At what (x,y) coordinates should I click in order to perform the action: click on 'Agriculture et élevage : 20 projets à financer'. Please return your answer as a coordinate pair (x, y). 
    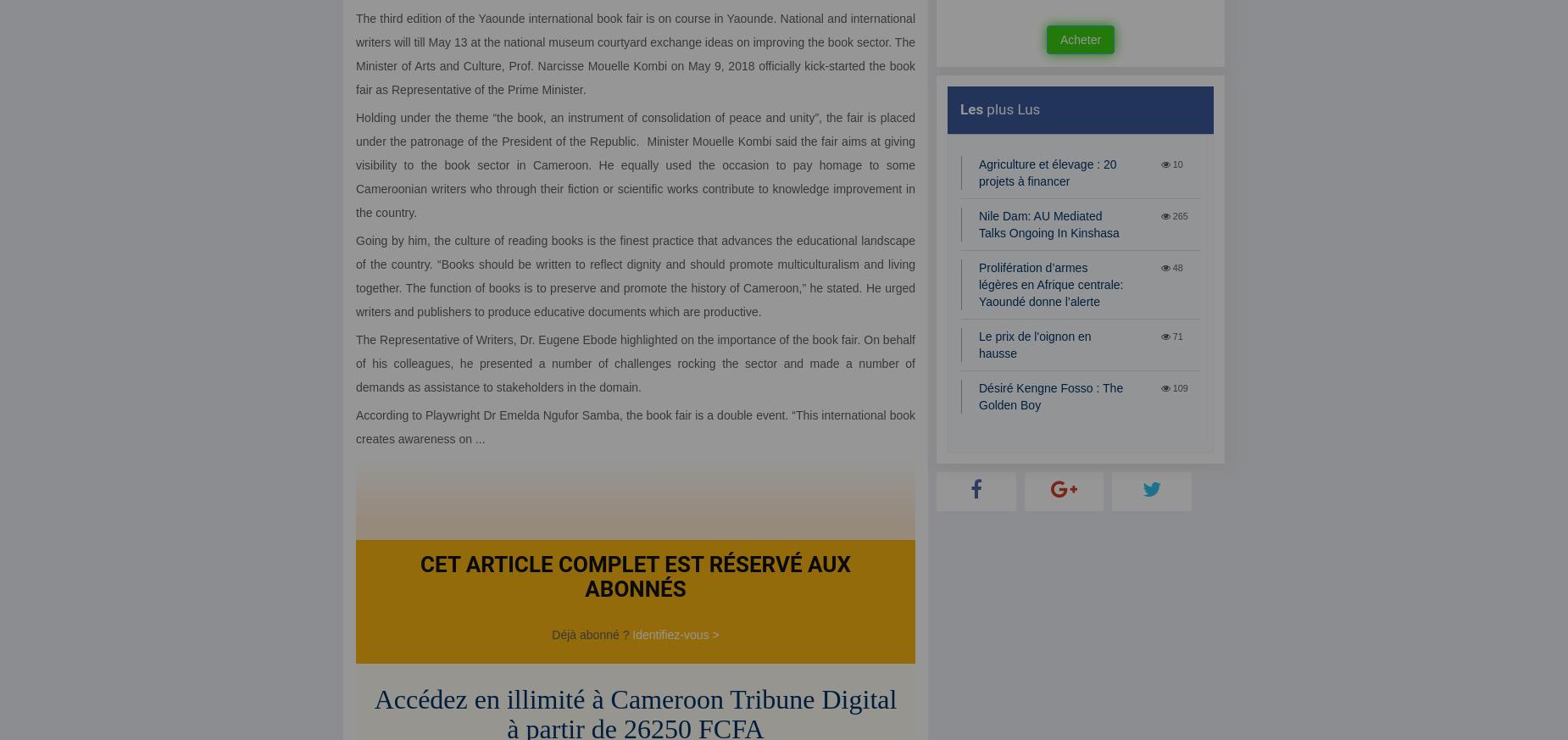
    Looking at the image, I should click on (1046, 172).